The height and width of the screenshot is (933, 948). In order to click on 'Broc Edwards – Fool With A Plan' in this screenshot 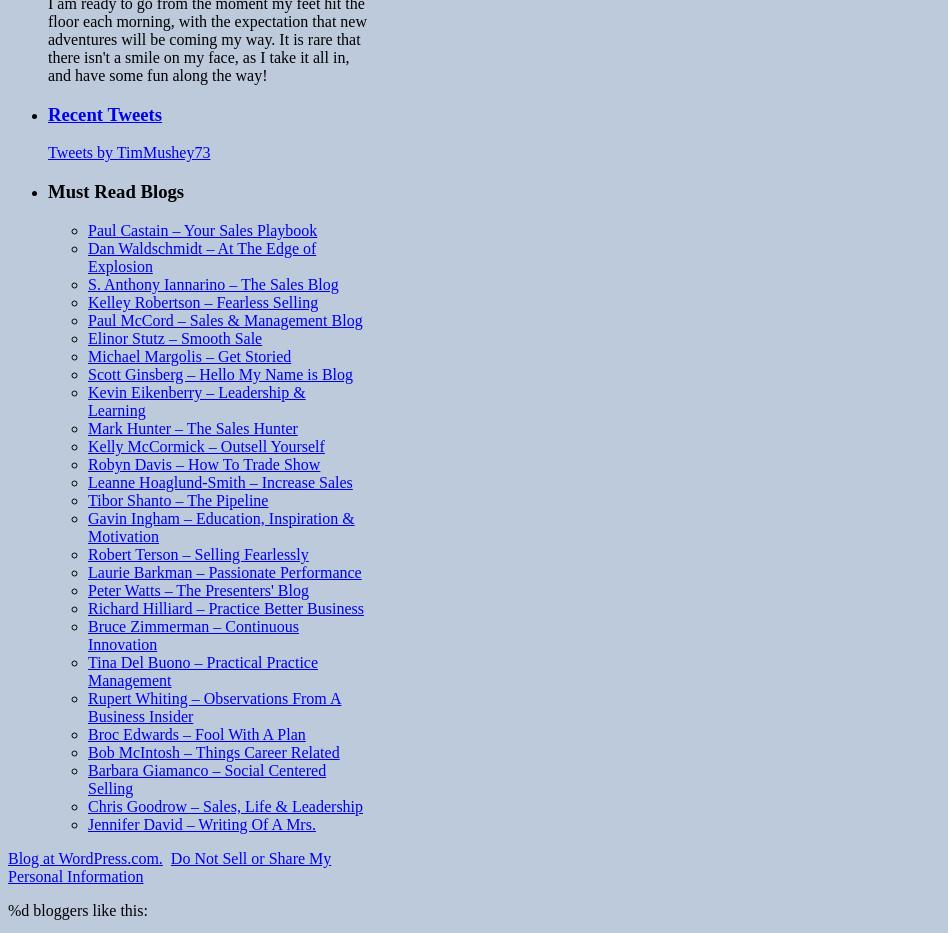, I will do `click(195, 732)`.